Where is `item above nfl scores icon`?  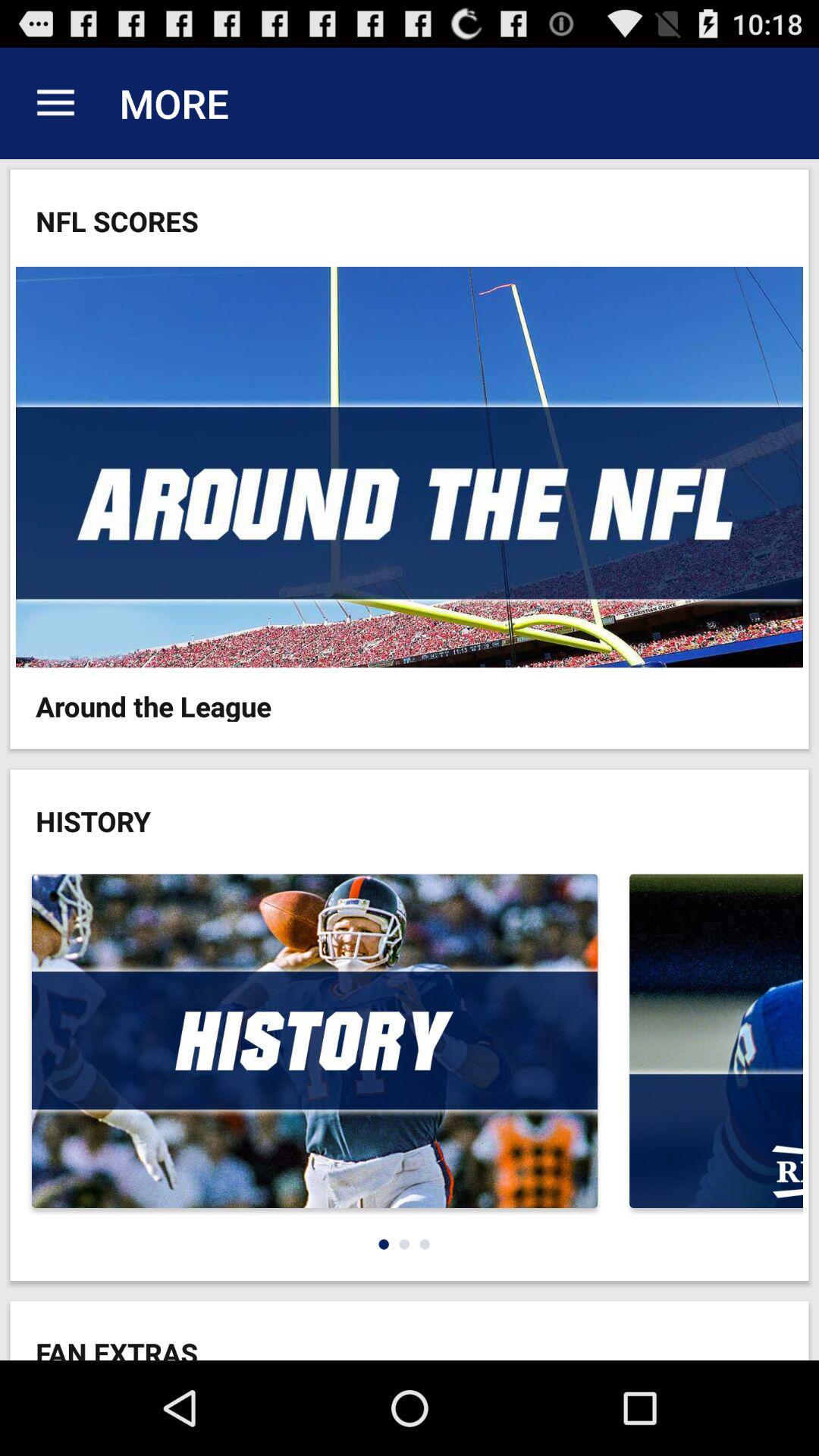
item above nfl scores icon is located at coordinates (55, 102).